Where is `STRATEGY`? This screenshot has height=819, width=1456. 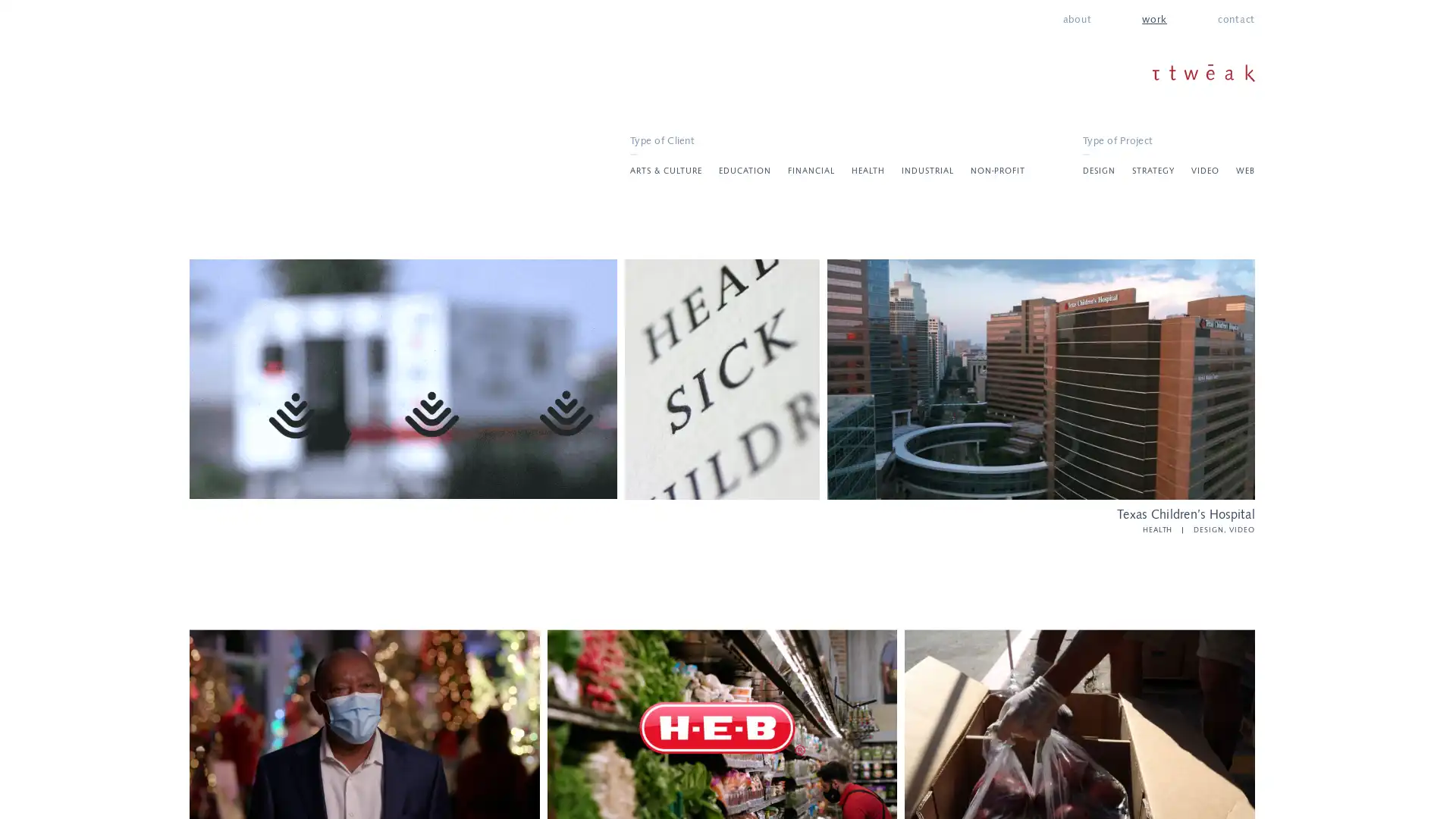
STRATEGY is located at coordinates (1153, 171).